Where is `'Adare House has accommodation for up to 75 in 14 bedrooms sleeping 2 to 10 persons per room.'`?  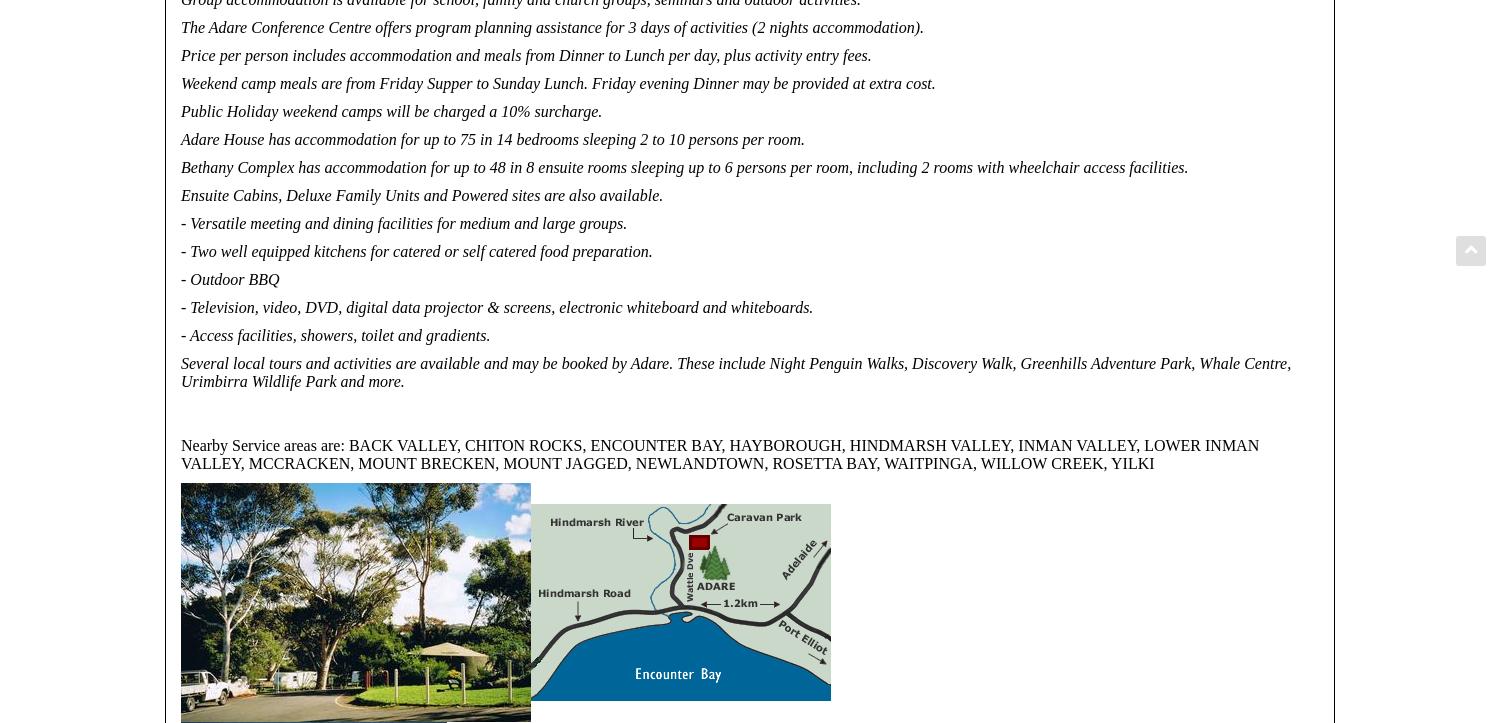 'Adare House has accommodation for up to 75 in 14 bedrooms sleeping 2 to 10 persons per room.' is located at coordinates (181, 138).